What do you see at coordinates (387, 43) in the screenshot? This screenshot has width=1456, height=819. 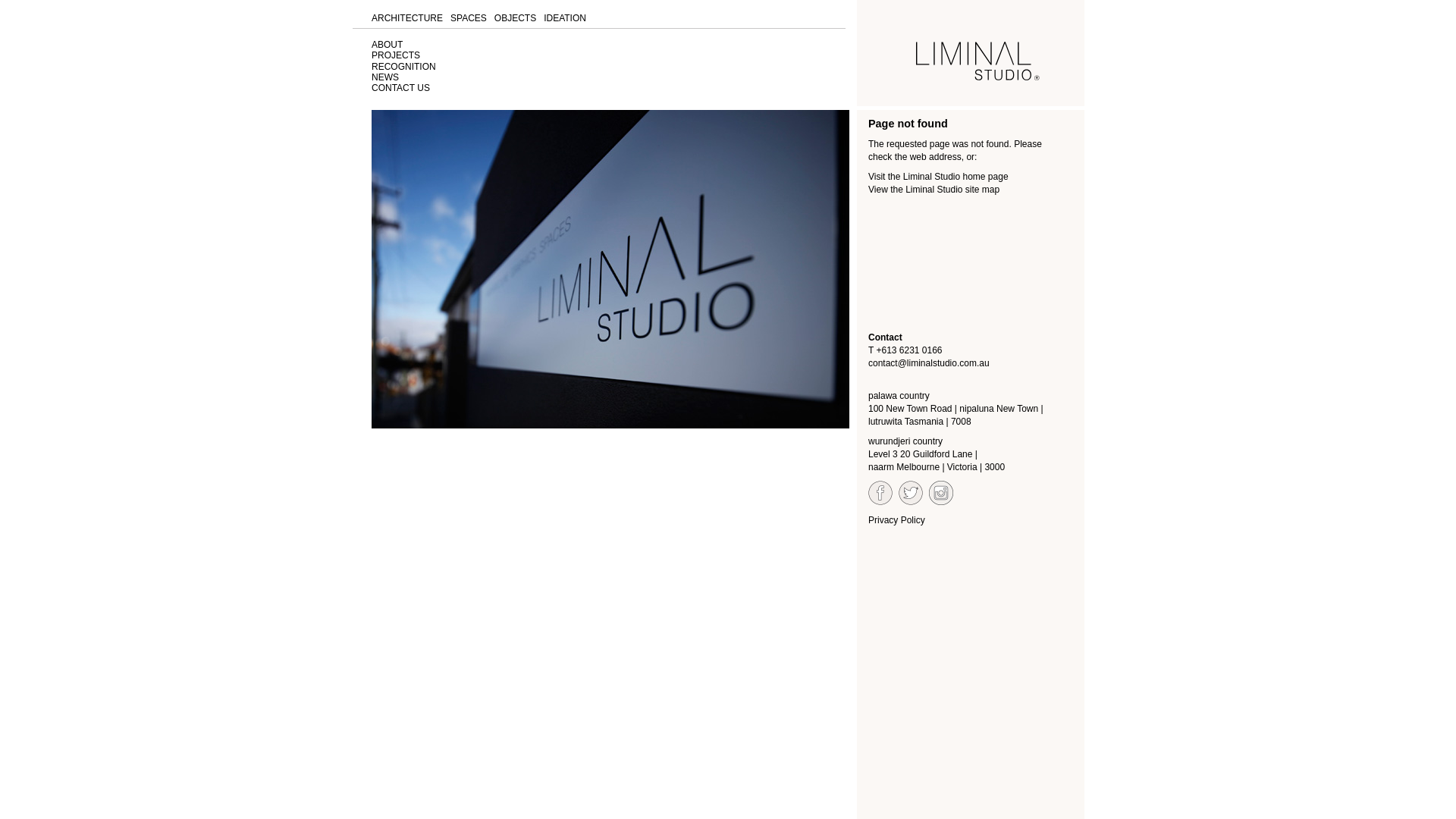 I see `'ABOUT'` at bounding box center [387, 43].